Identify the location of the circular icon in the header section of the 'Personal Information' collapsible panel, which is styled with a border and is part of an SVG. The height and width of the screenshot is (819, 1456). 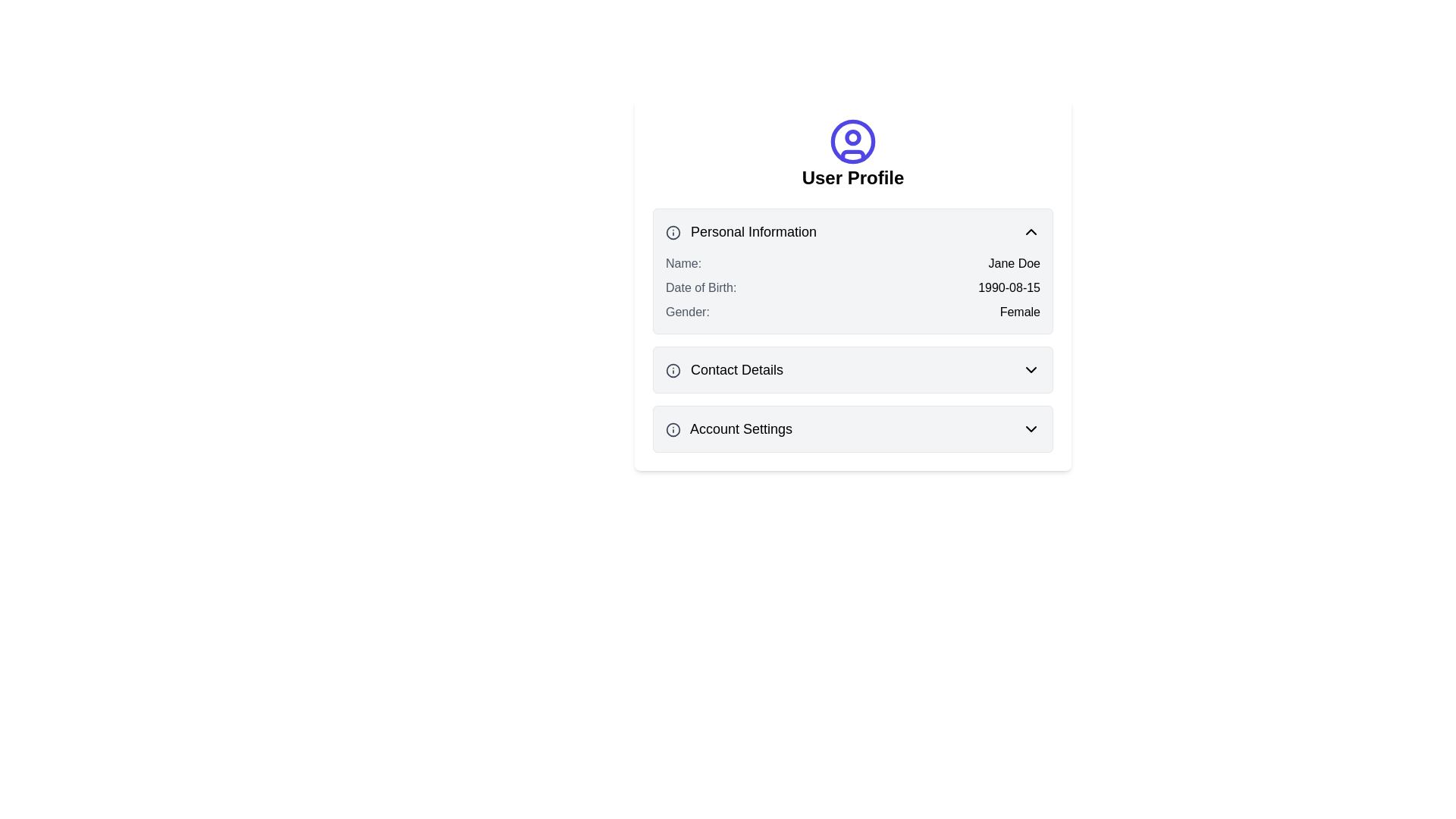
(673, 233).